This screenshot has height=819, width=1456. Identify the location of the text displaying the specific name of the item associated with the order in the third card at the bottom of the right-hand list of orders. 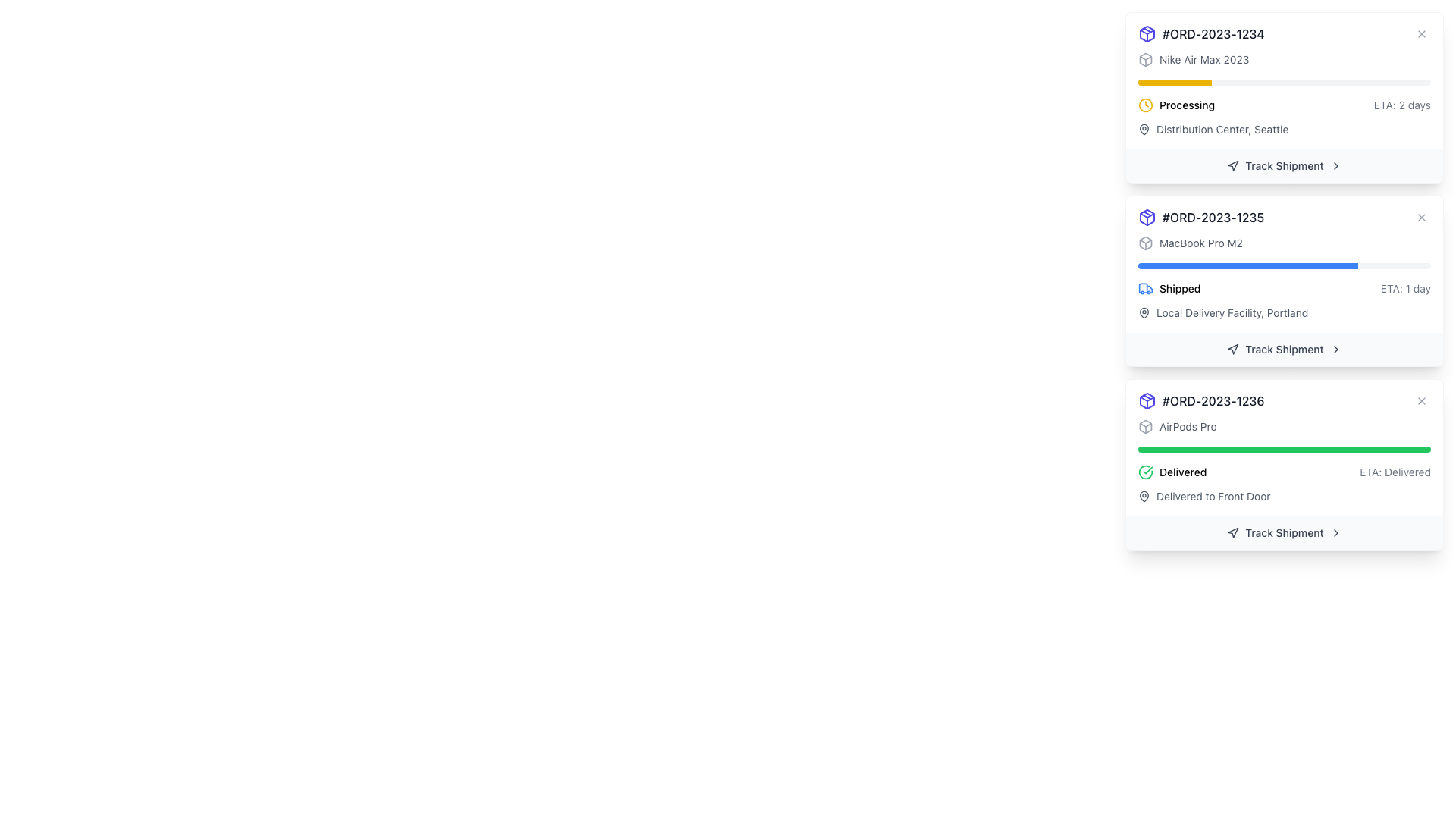
(1187, 427).